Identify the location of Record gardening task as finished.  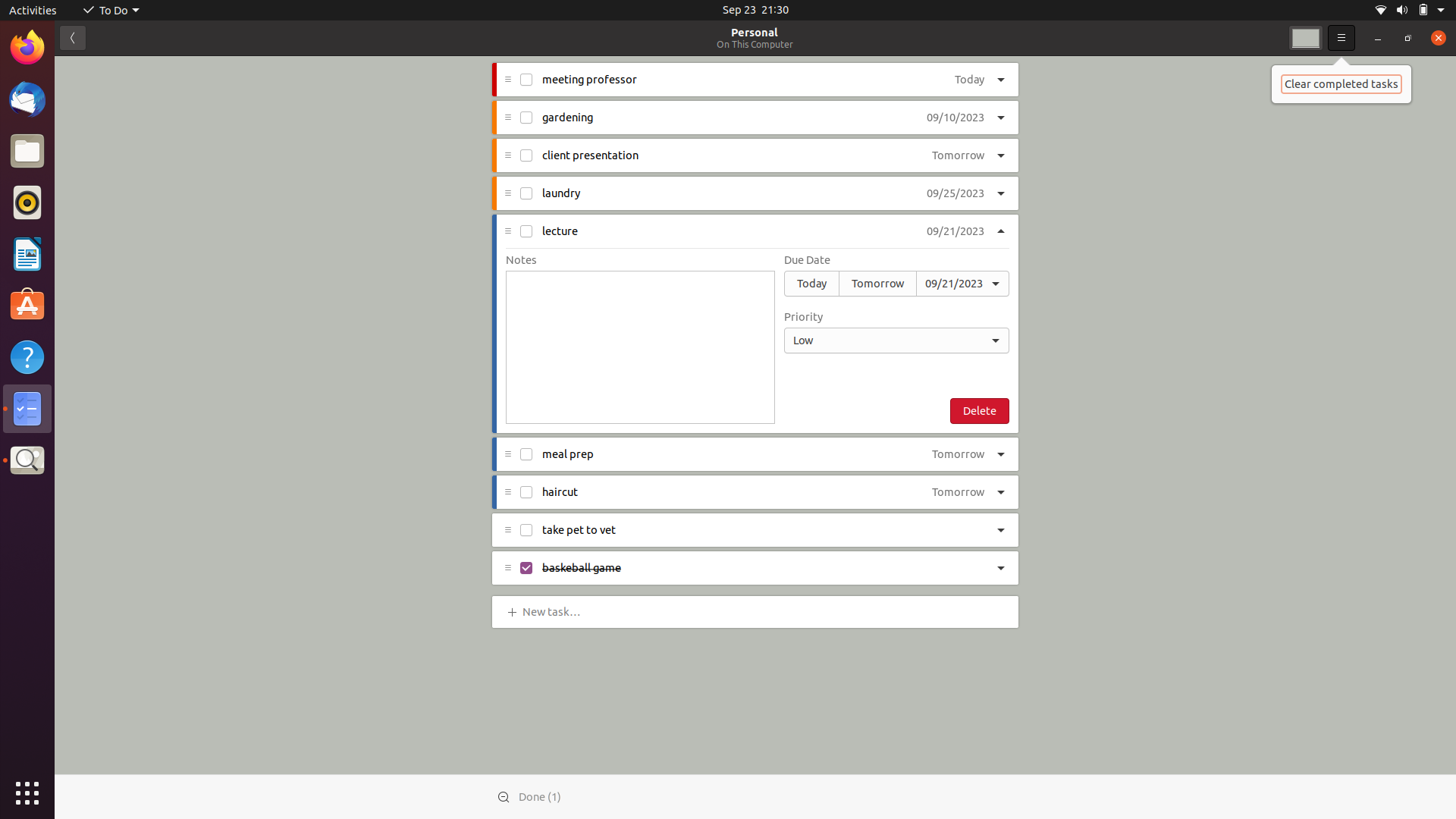
(526, 117).